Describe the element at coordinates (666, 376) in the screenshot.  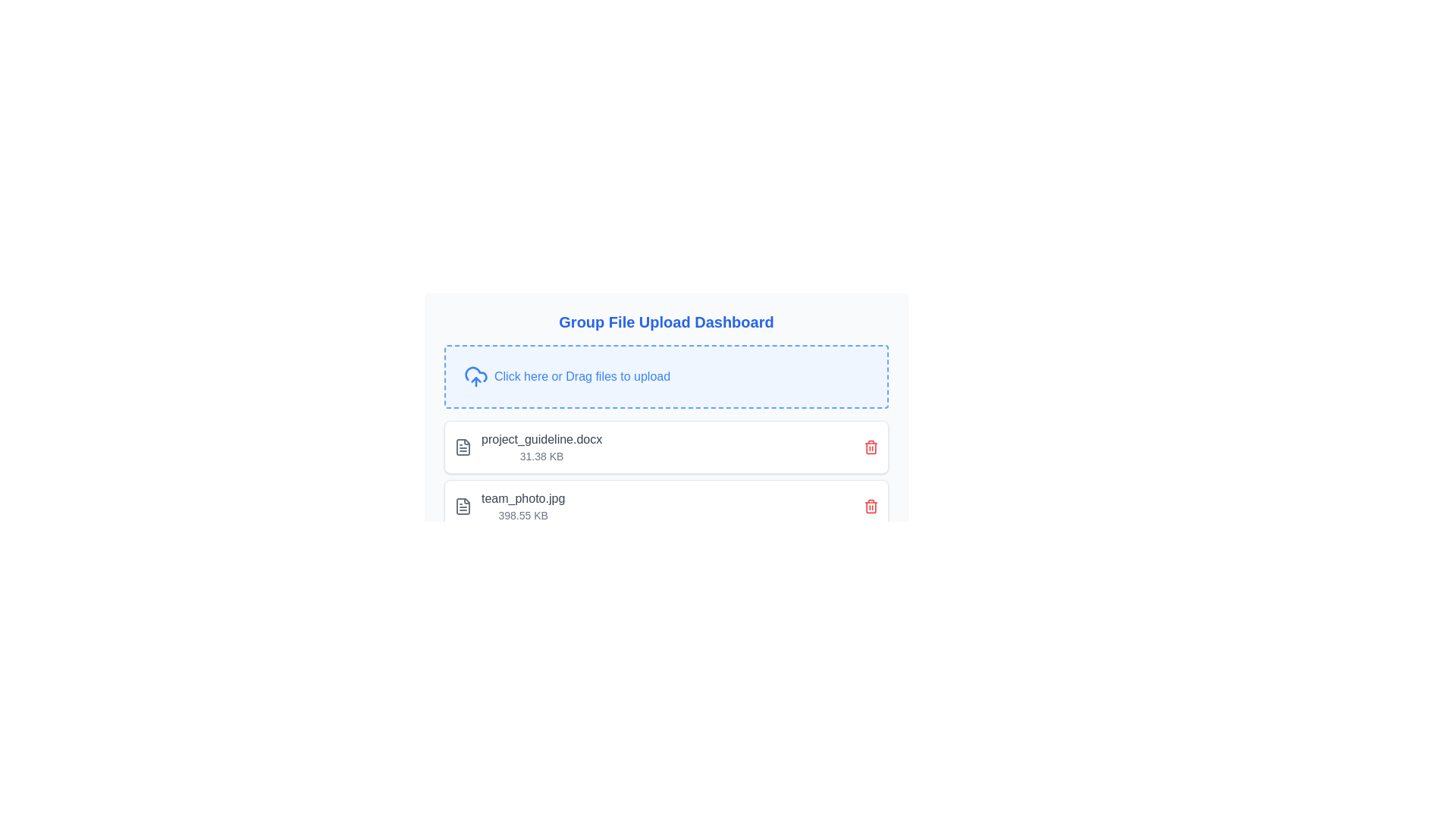
I see `the Clickable label with the text 'Click here or Drag files to upload' which has a cloud icon, to receive visual feedback` at that location.